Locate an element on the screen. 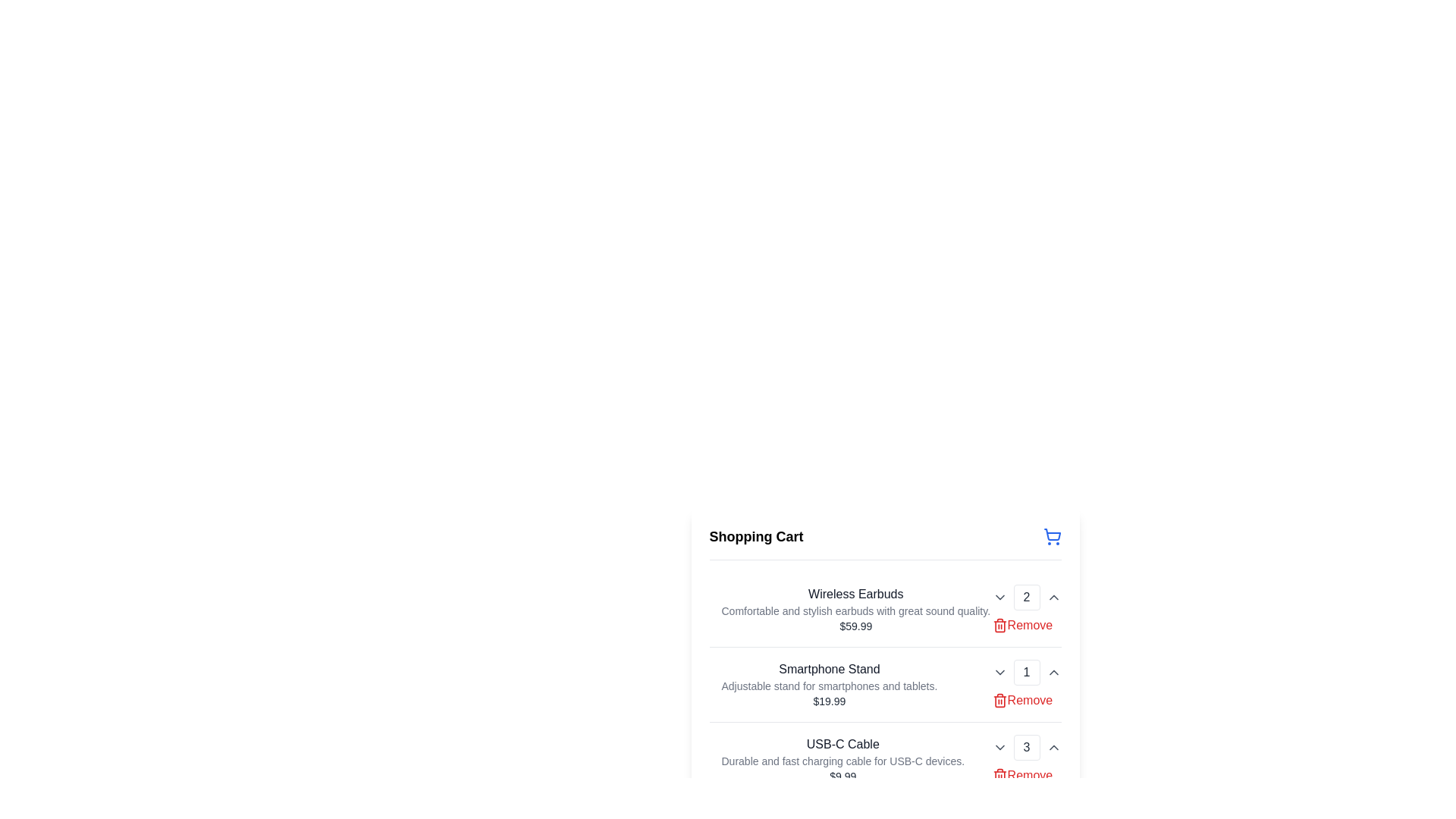  the text label that provides a description of the product 'Smartphone Stand' in the shopping cart, located below the product name and above the price label '$19.99' is located at coordinates (829, 686).